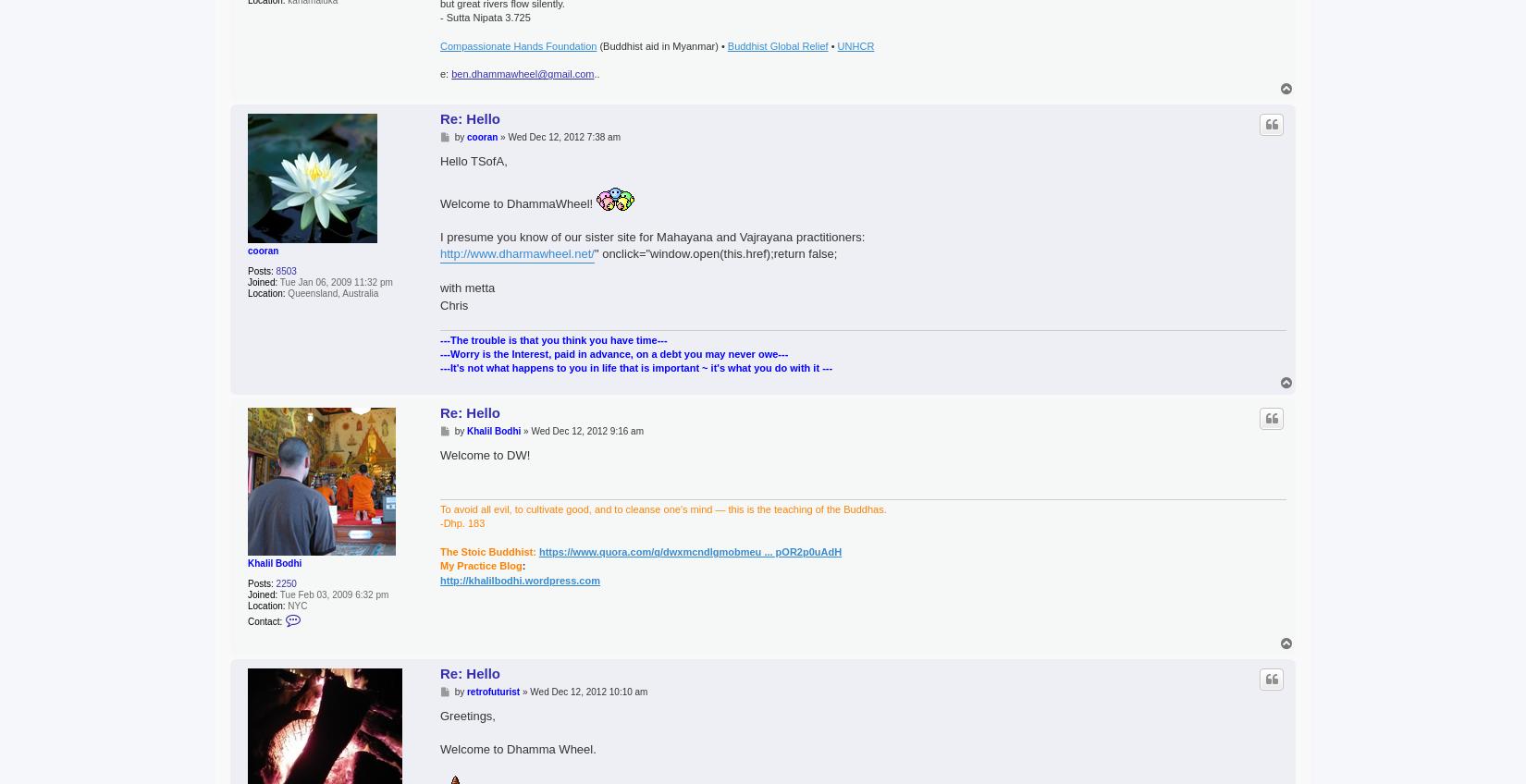  Describe the element at coordinates (595, 73) in the screenshot. I see `'..'` at that location.